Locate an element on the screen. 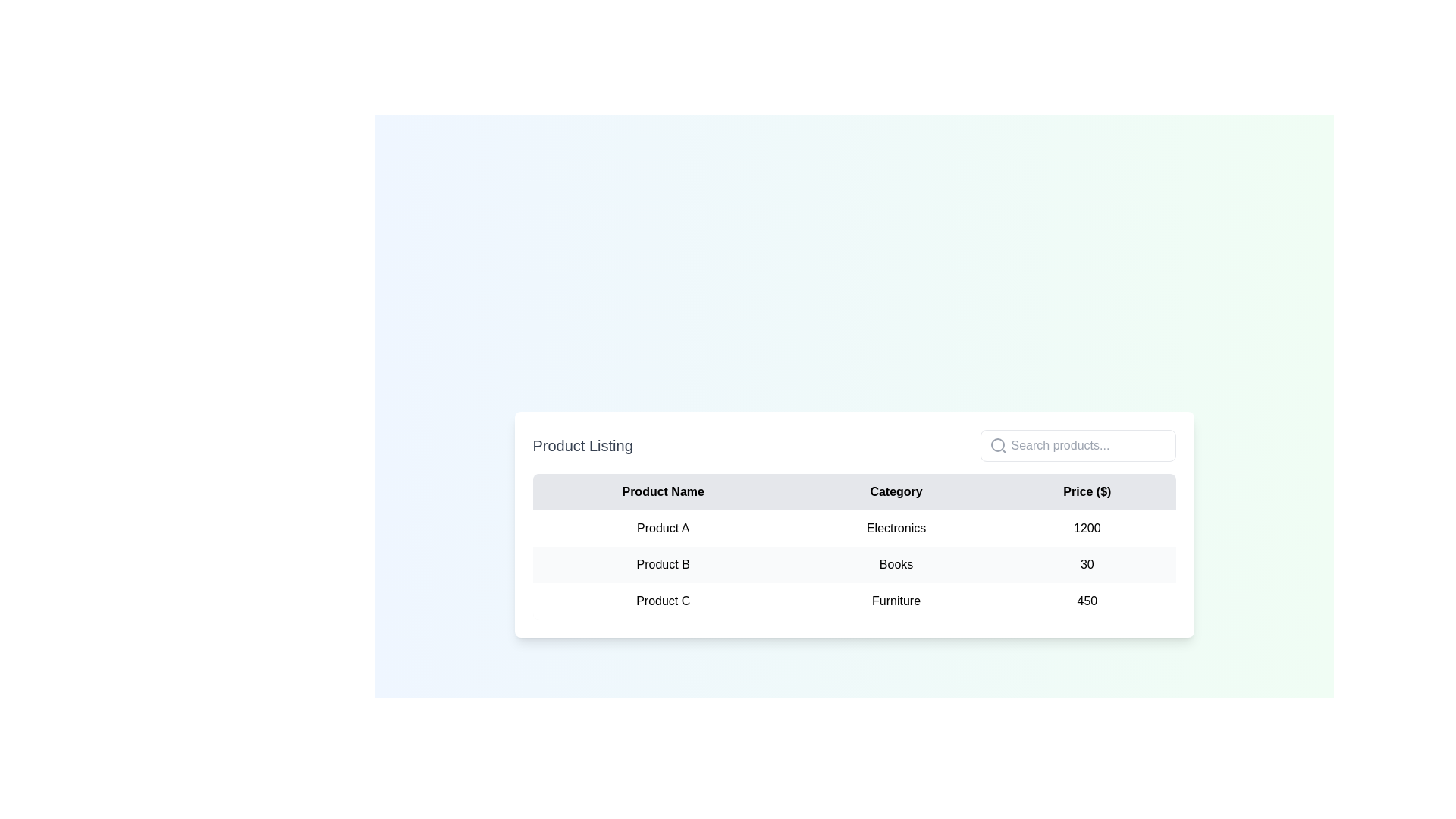  the table cell containing the numerical value '30' styled in black text on a light gray background, positioned in the third column of the row for 'Product B', aligned with the column header 'Price ($)' is located at coordinates (1086, 564).